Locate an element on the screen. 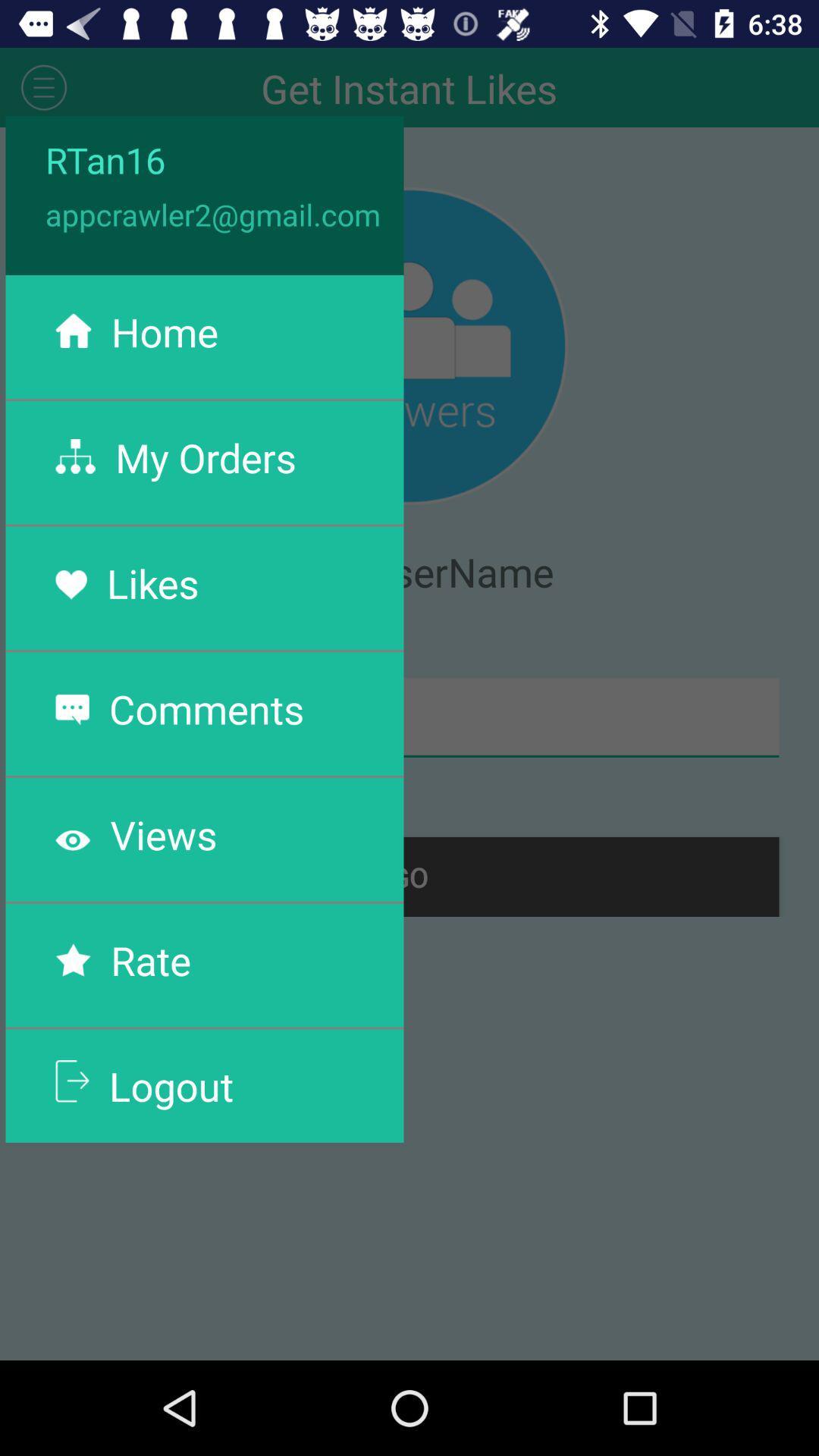 The width and height of the screenshot is (819, 1456). likes item is located at coordinates (152, 582).